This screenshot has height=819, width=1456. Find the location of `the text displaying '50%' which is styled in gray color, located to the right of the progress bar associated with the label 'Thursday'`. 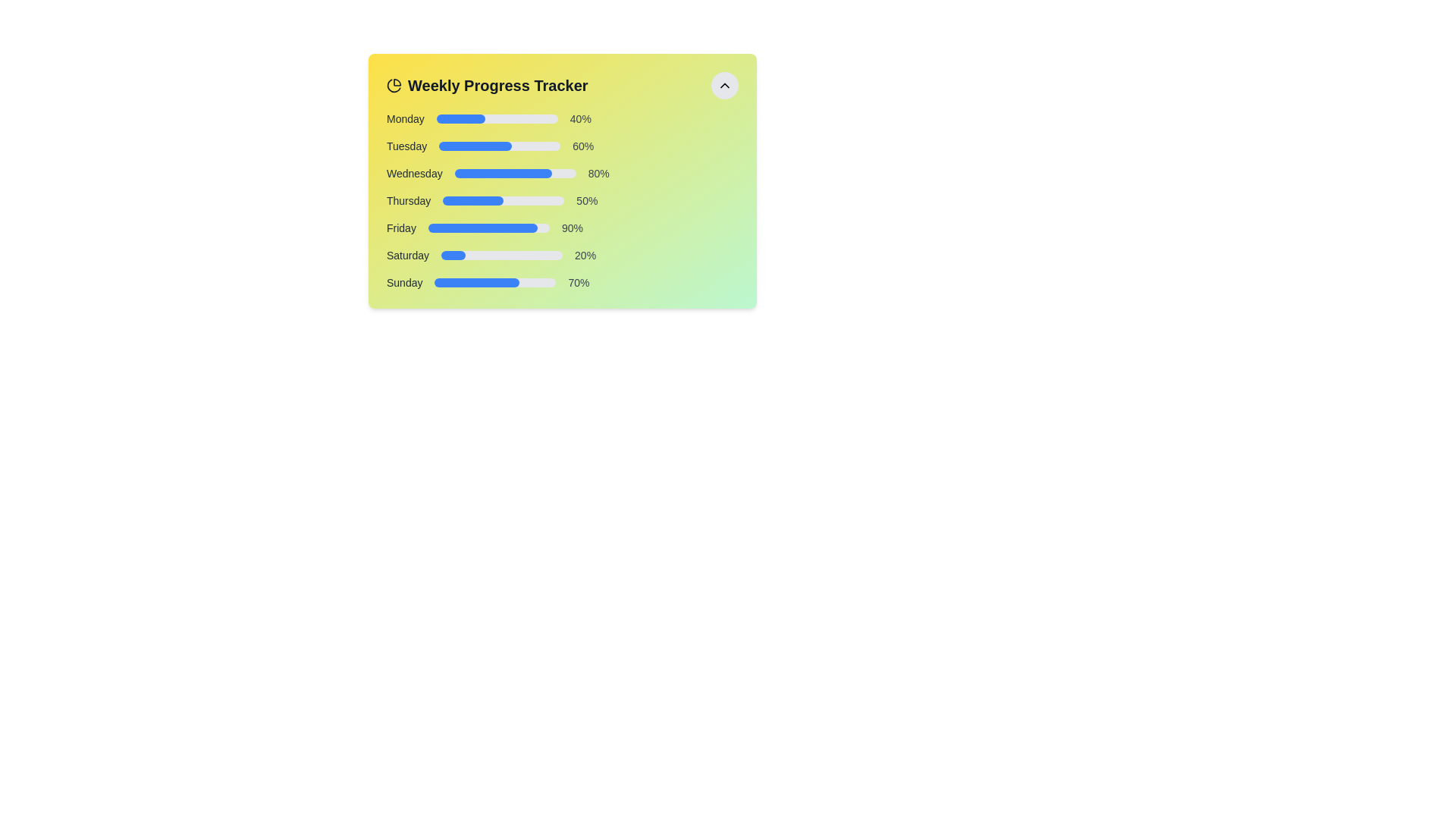

the text displaying '50%' which is styled in gray color, located to the right of the progress bar associated with the label 'Thursday' is located at coordinates (586, 200).